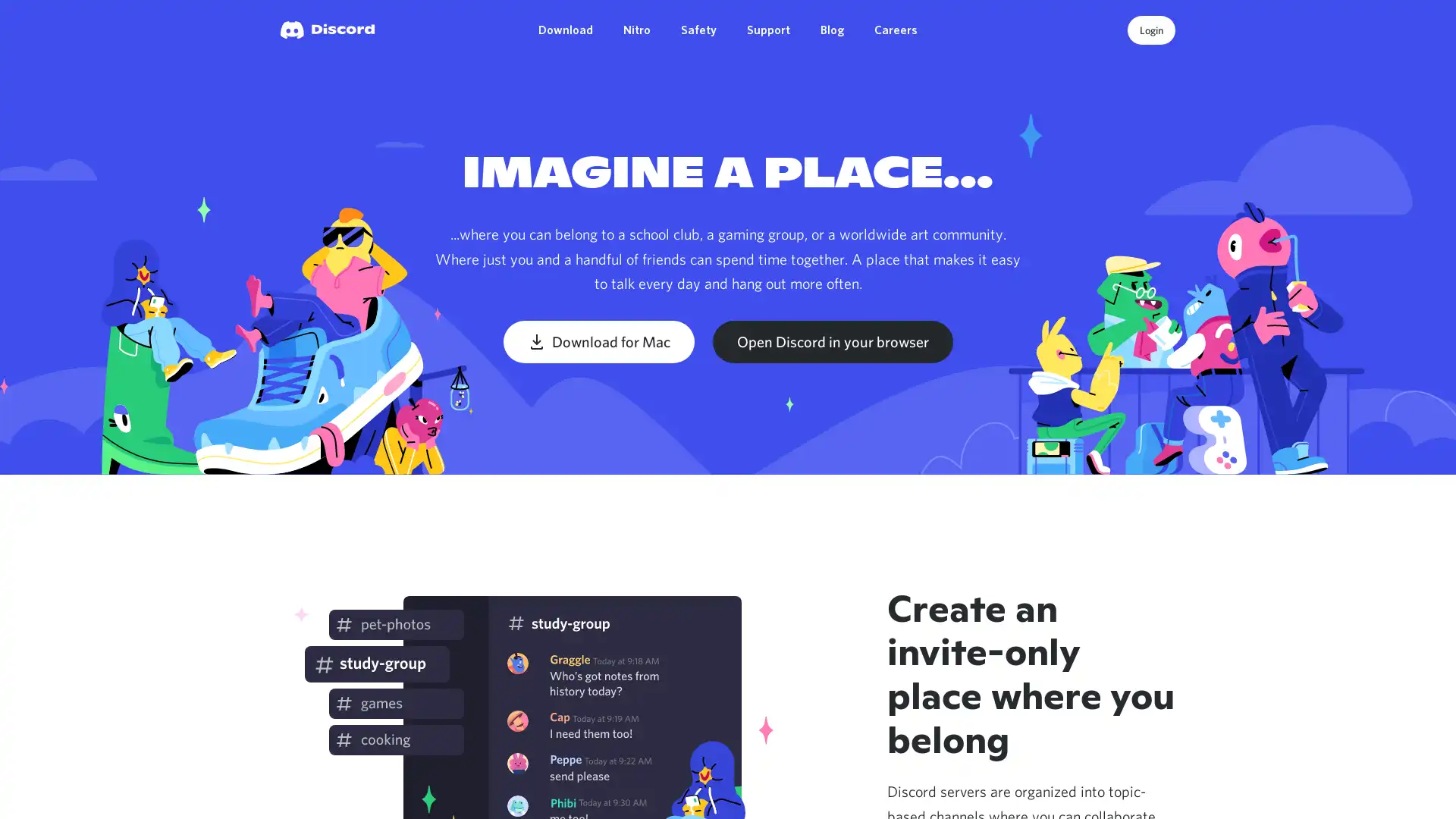 This screenshot has height=819, width=1456. I want to click on Open Discord in your browser, so click(831, 341).